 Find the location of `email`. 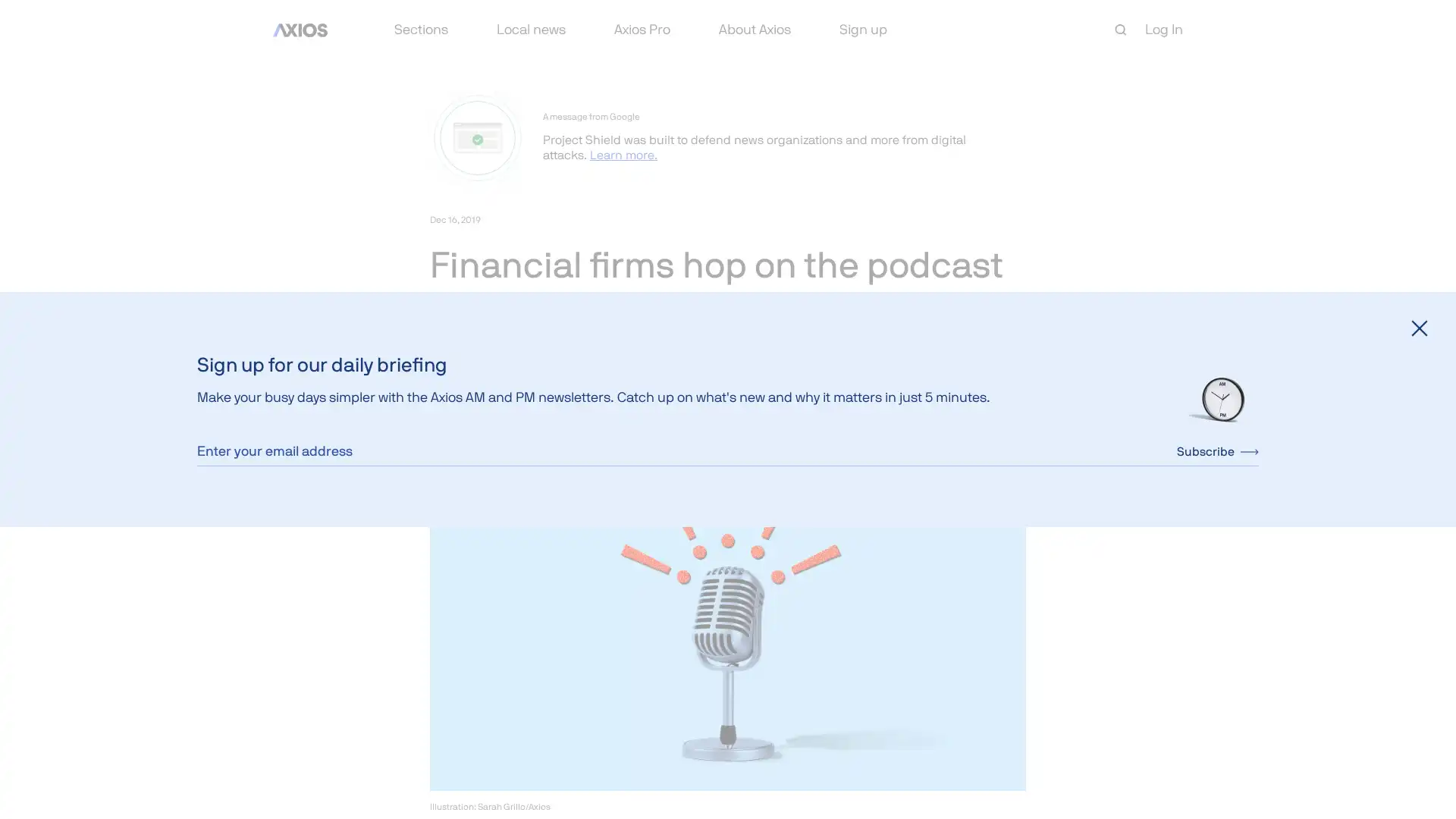

email is located at coordinates (549, 412).